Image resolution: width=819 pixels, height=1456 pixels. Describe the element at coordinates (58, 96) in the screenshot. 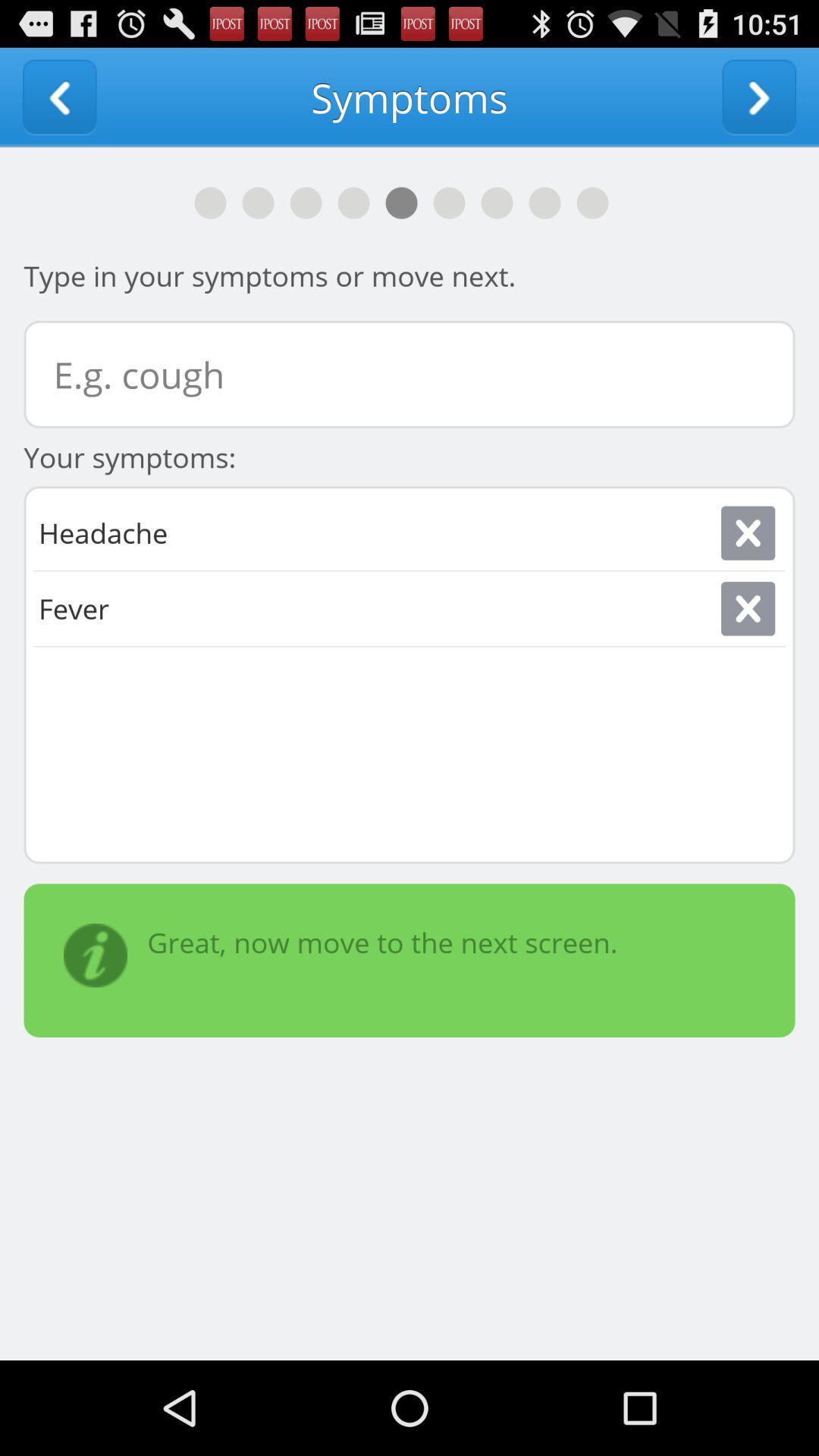

I see `previous` at that location.